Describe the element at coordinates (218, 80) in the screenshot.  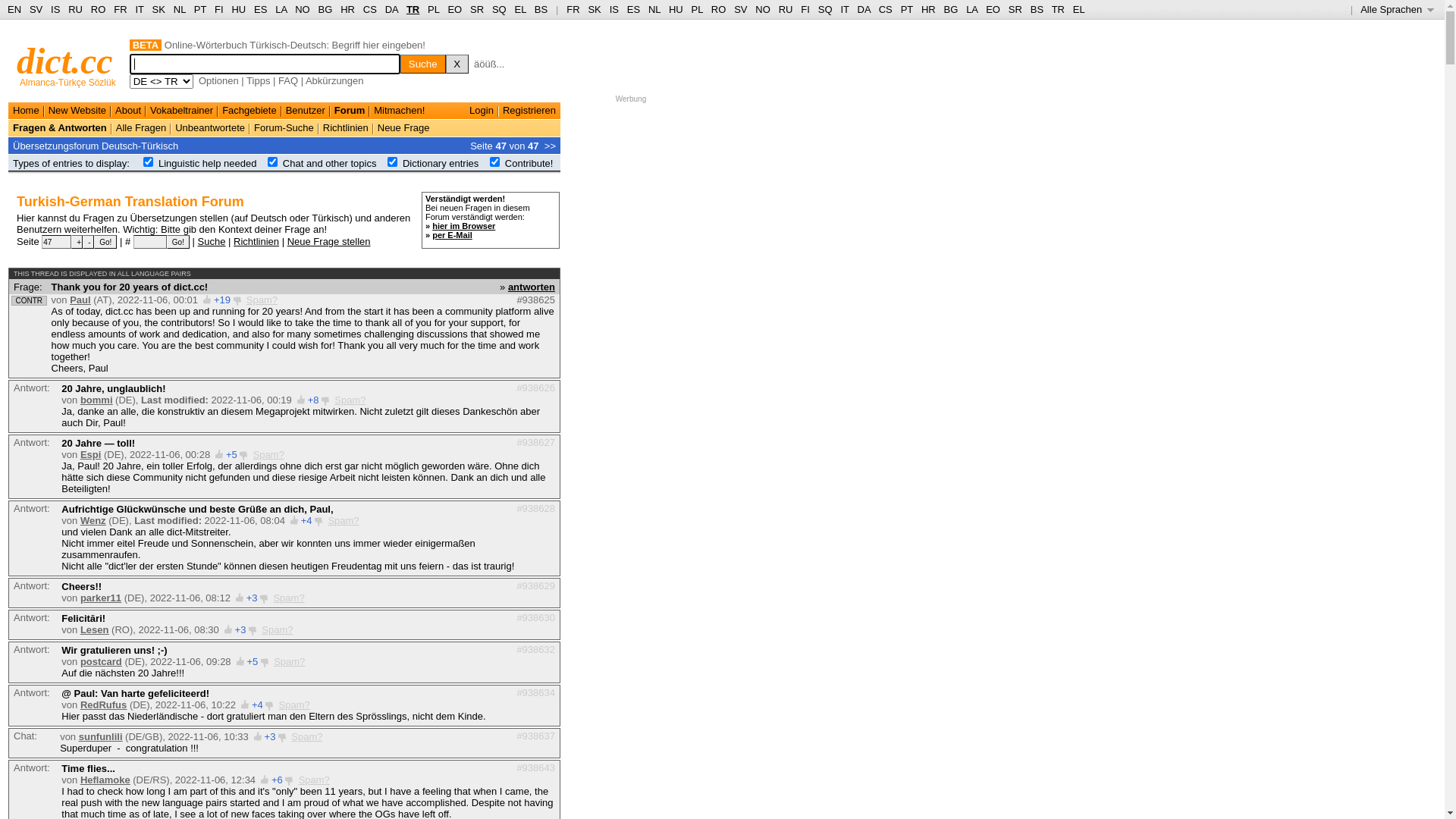
I see `'Optionen'` at that location.